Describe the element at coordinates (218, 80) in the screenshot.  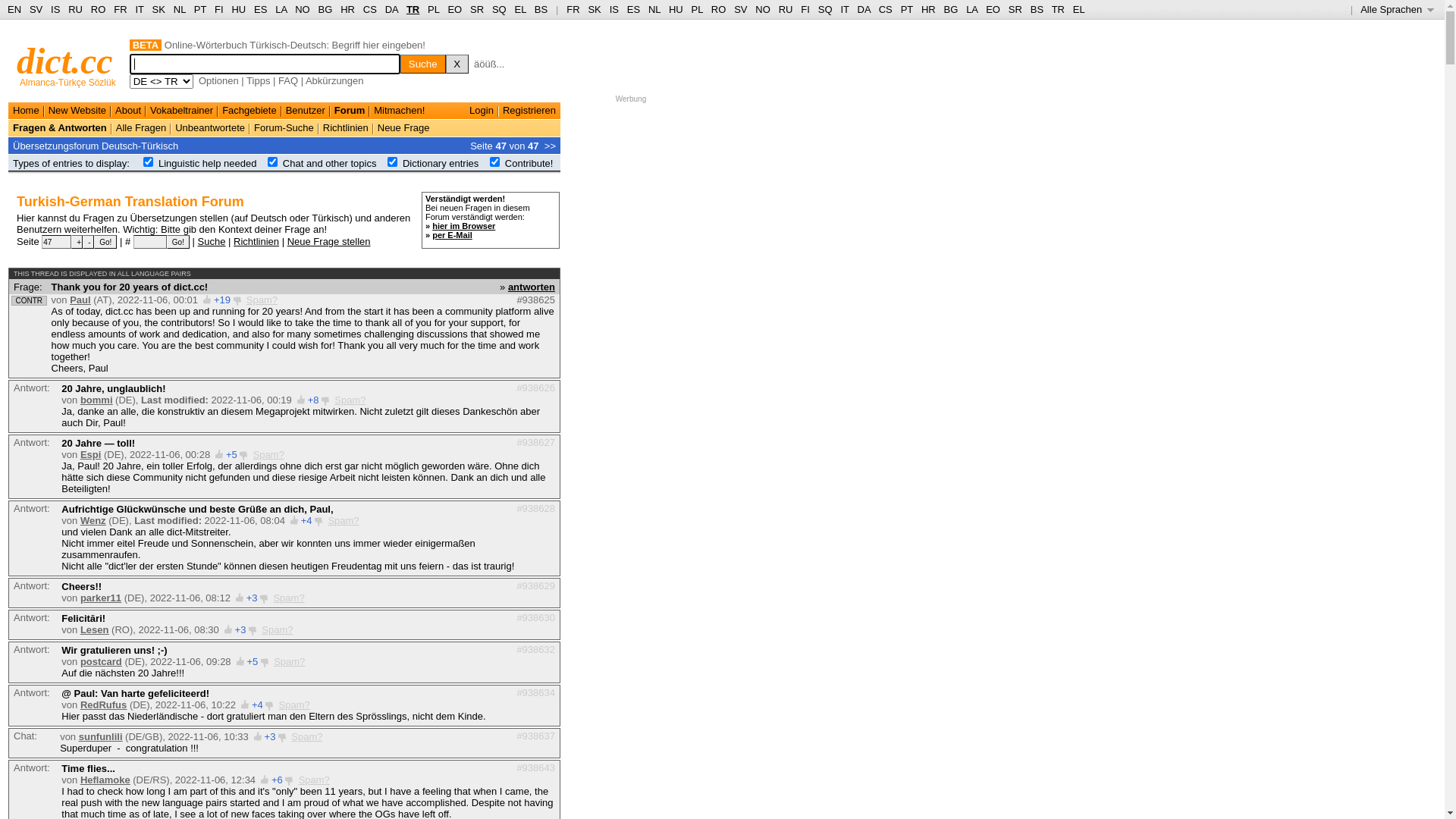
I see `'Optionen'` at that location.